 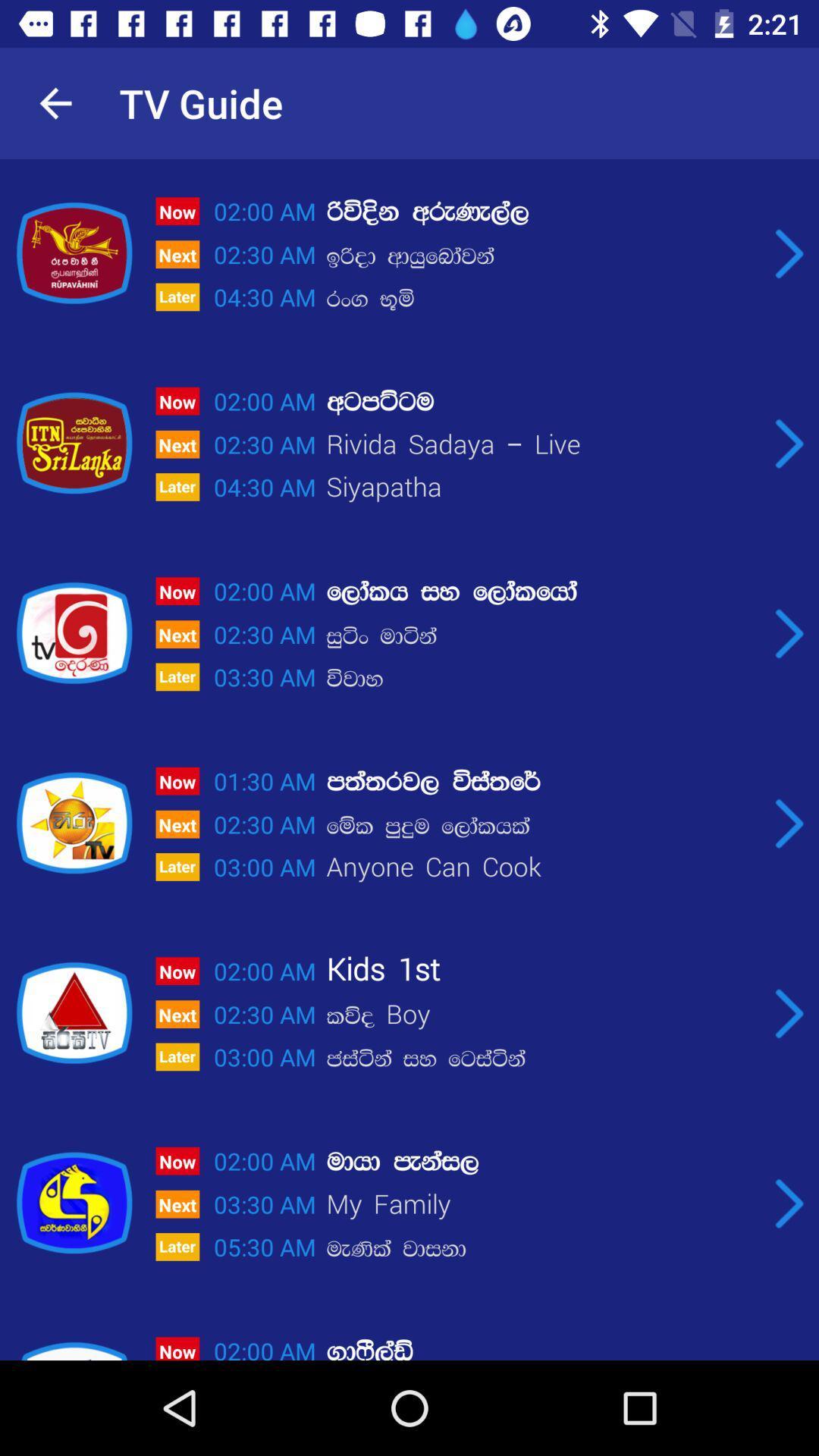 I want to click on the item to the right of 02:30 am item, so click(x=541, y=488).